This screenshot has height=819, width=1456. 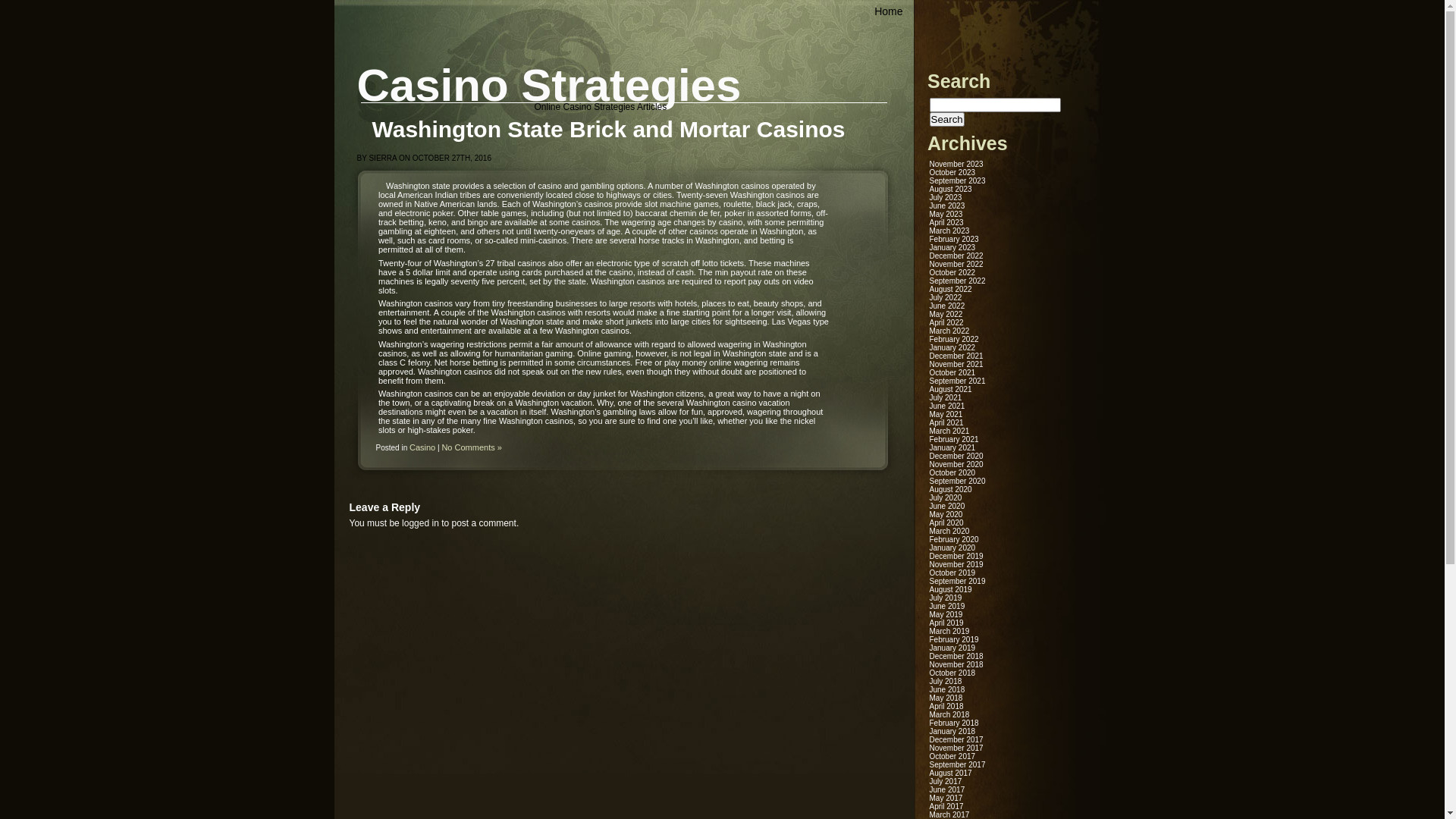 I want to click on 'February 2023', so click(x=953, y=239).